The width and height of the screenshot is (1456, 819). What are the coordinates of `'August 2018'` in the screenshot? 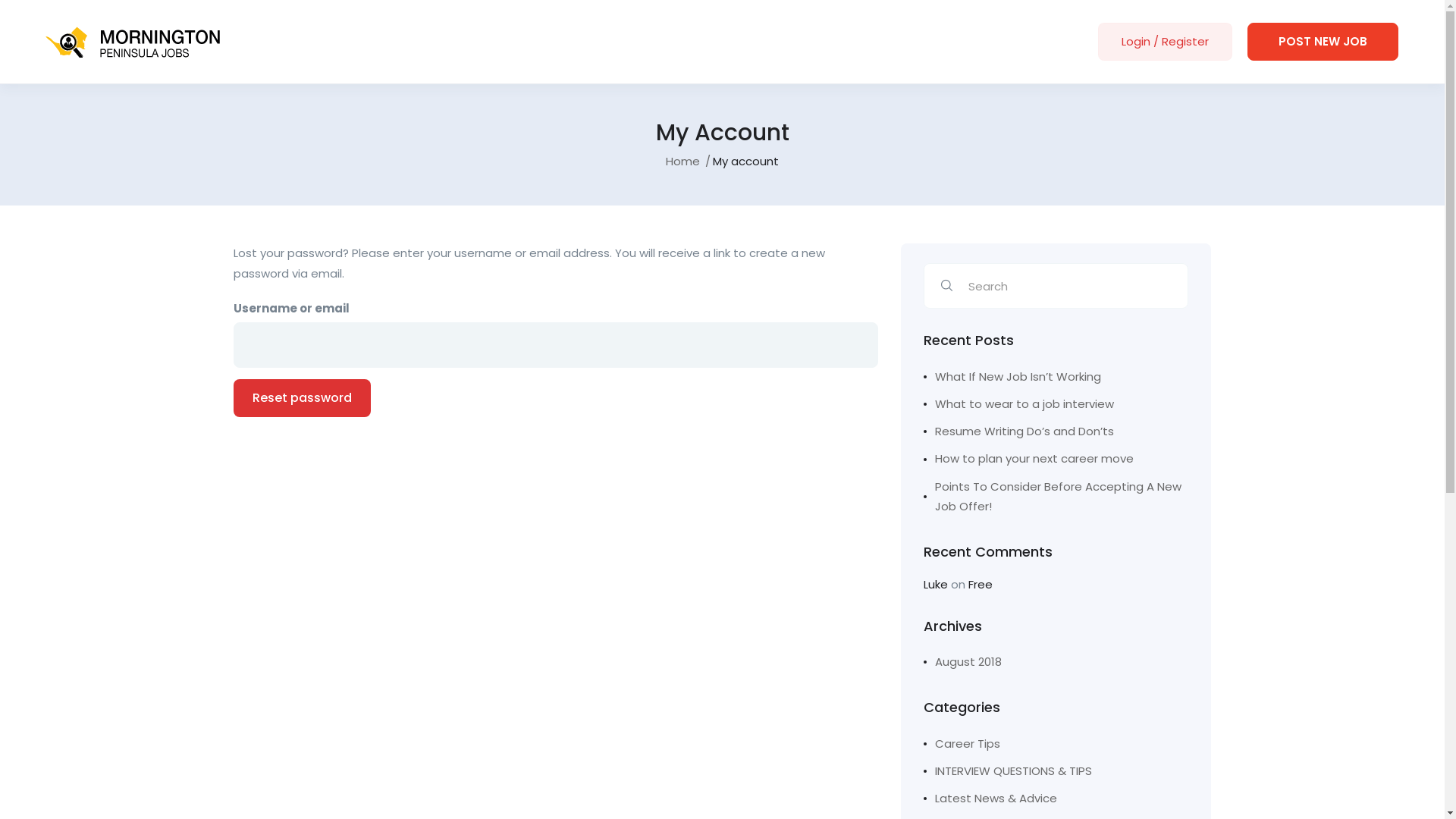 It's located at (962, 661).